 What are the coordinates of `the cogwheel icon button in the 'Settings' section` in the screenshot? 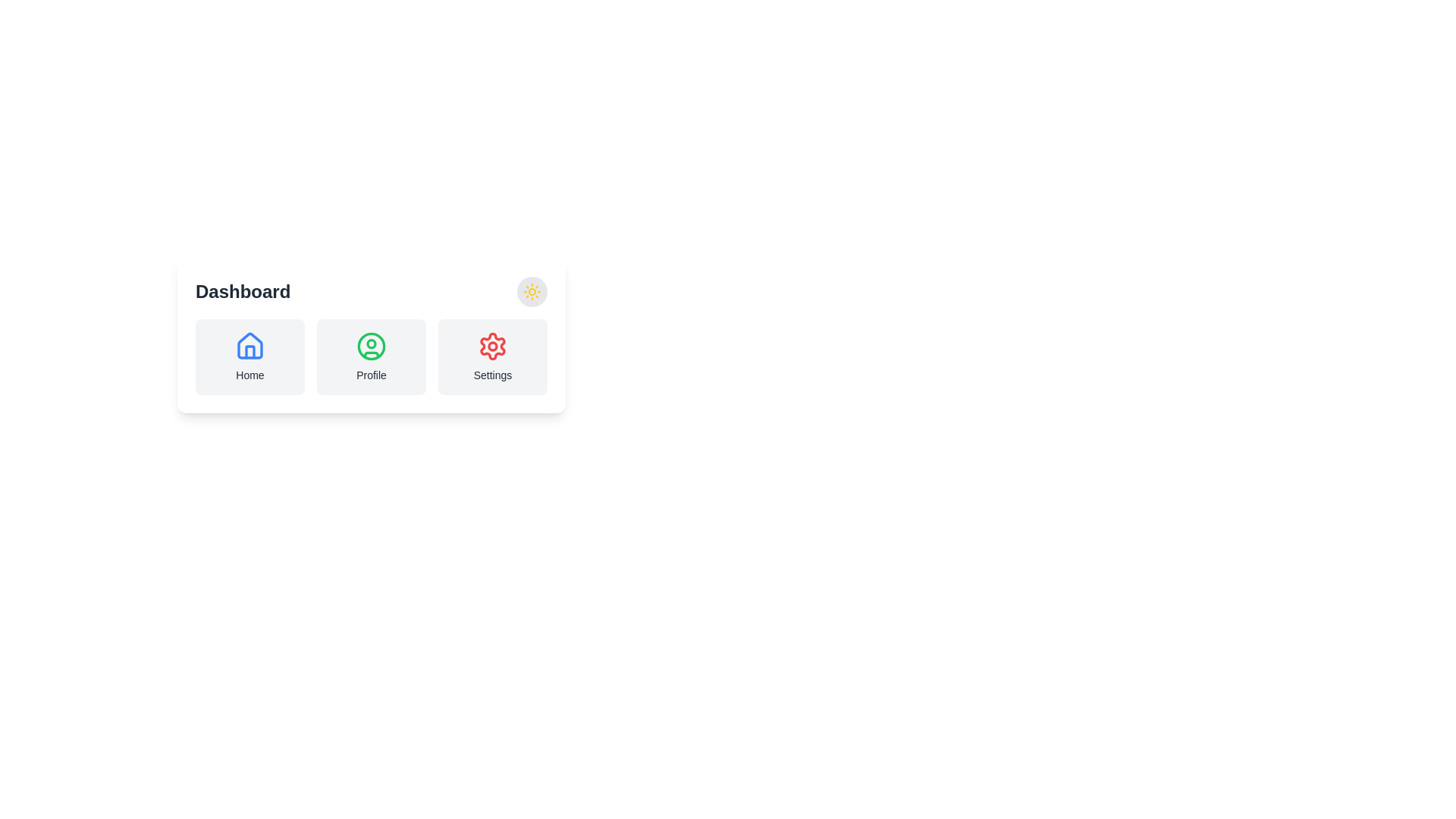 It's located at (492, 346).